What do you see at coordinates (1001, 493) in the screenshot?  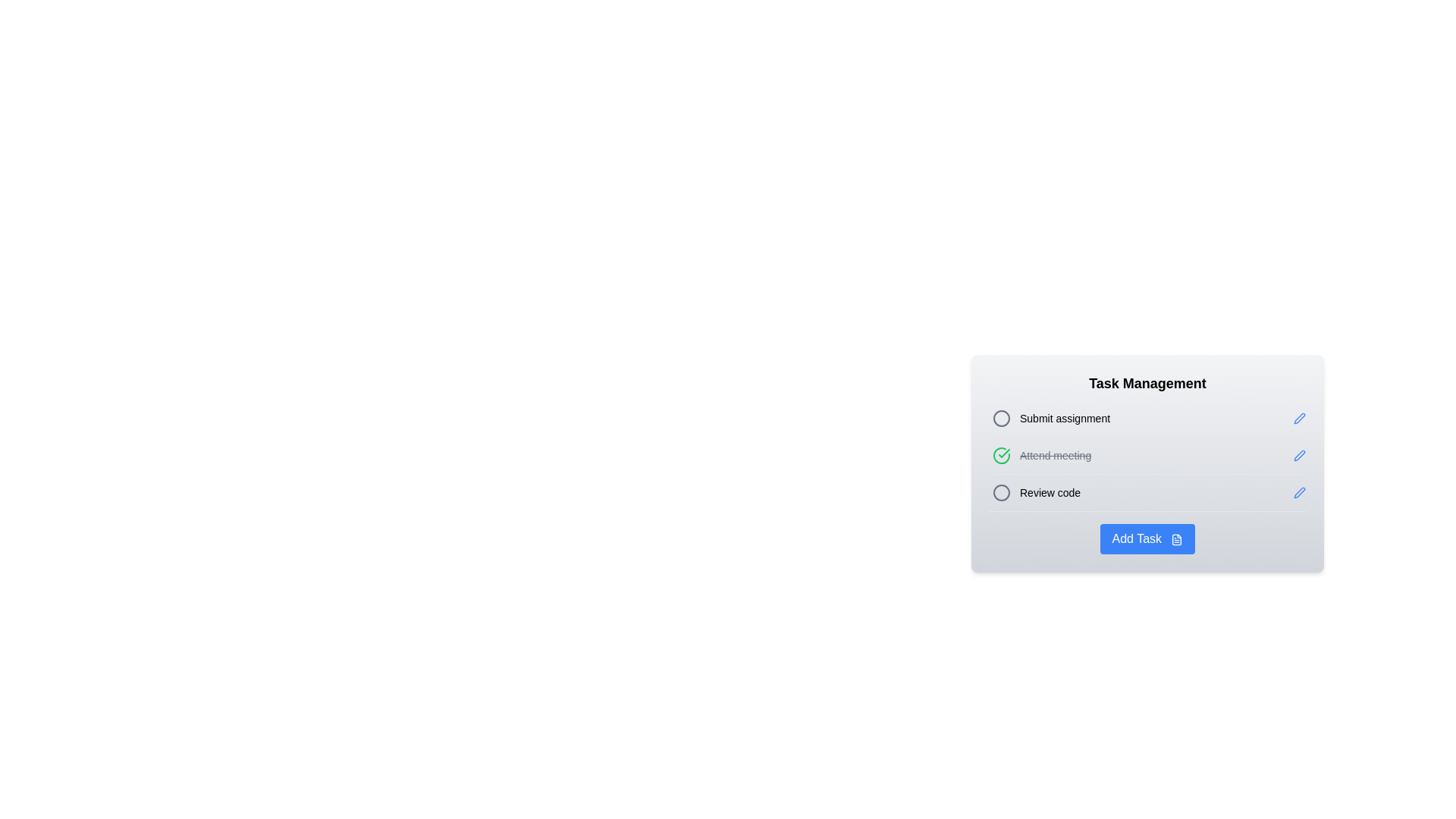 I see `the circular SVG icon with a gray border located in the 'Review code' row` at bounding box center [1001, 493].